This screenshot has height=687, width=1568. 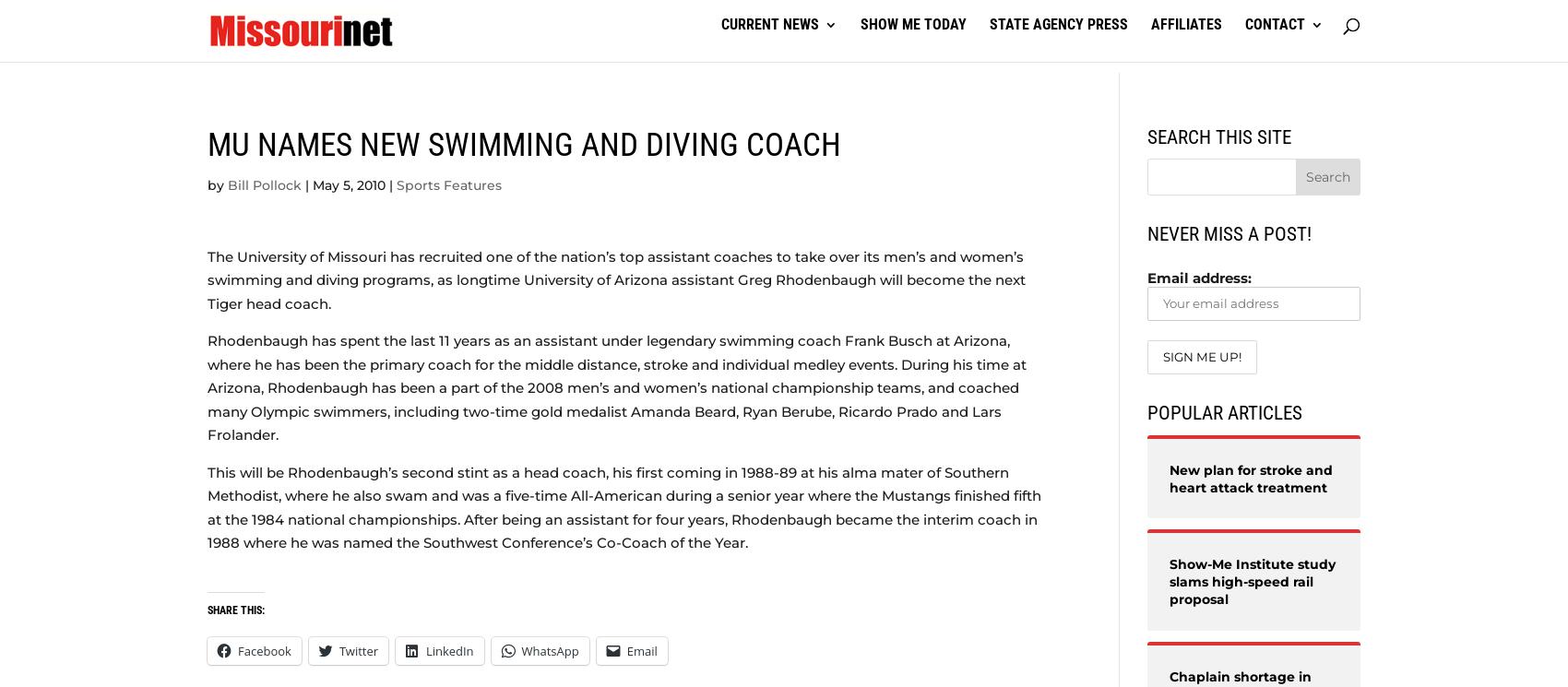 What do you see at coordinates (279, 150) in the screenshot?
I see `'Education'` at bounding box center [279, 150].